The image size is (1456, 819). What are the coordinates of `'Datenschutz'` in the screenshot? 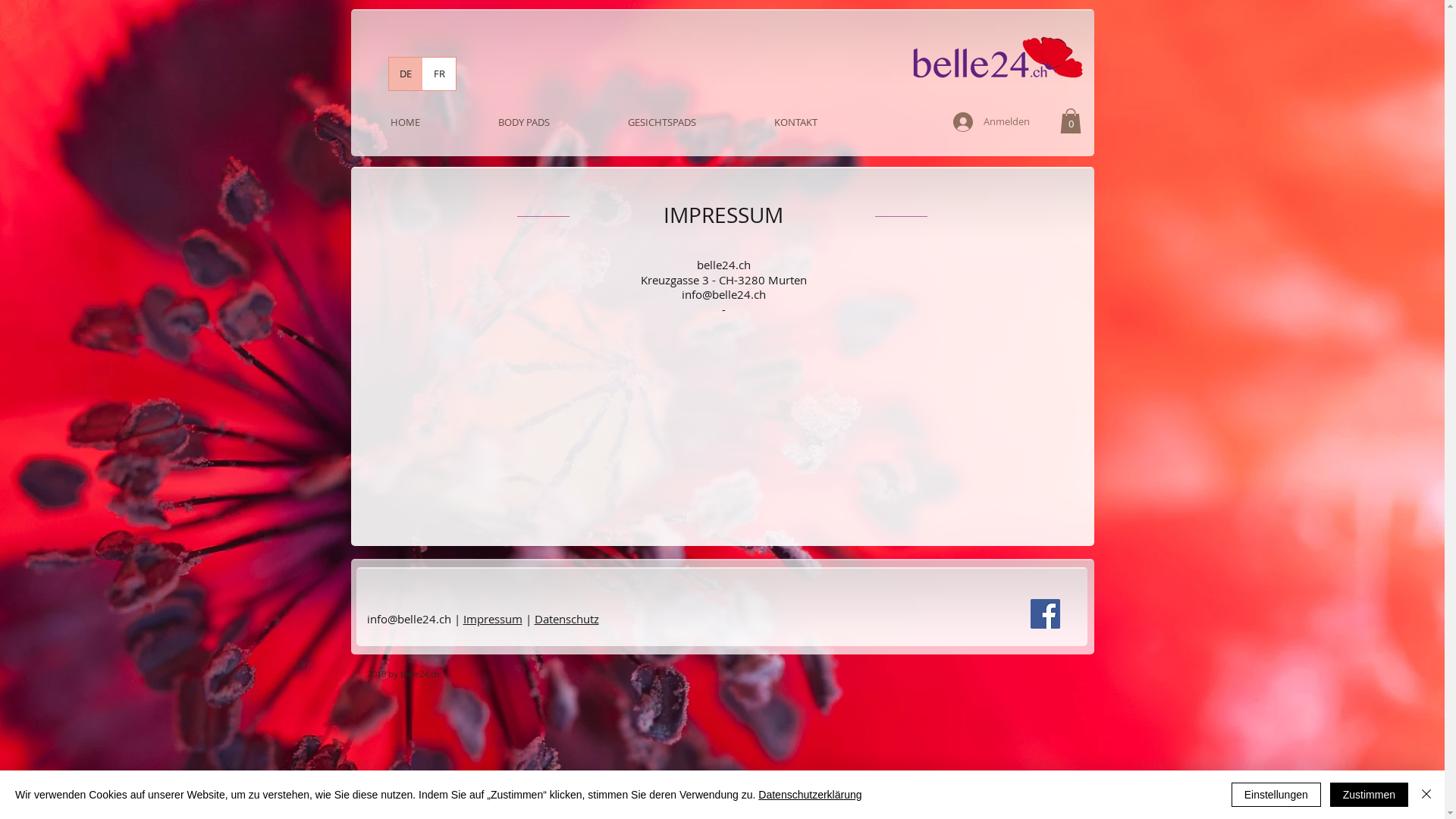 It's located at (565, 619).